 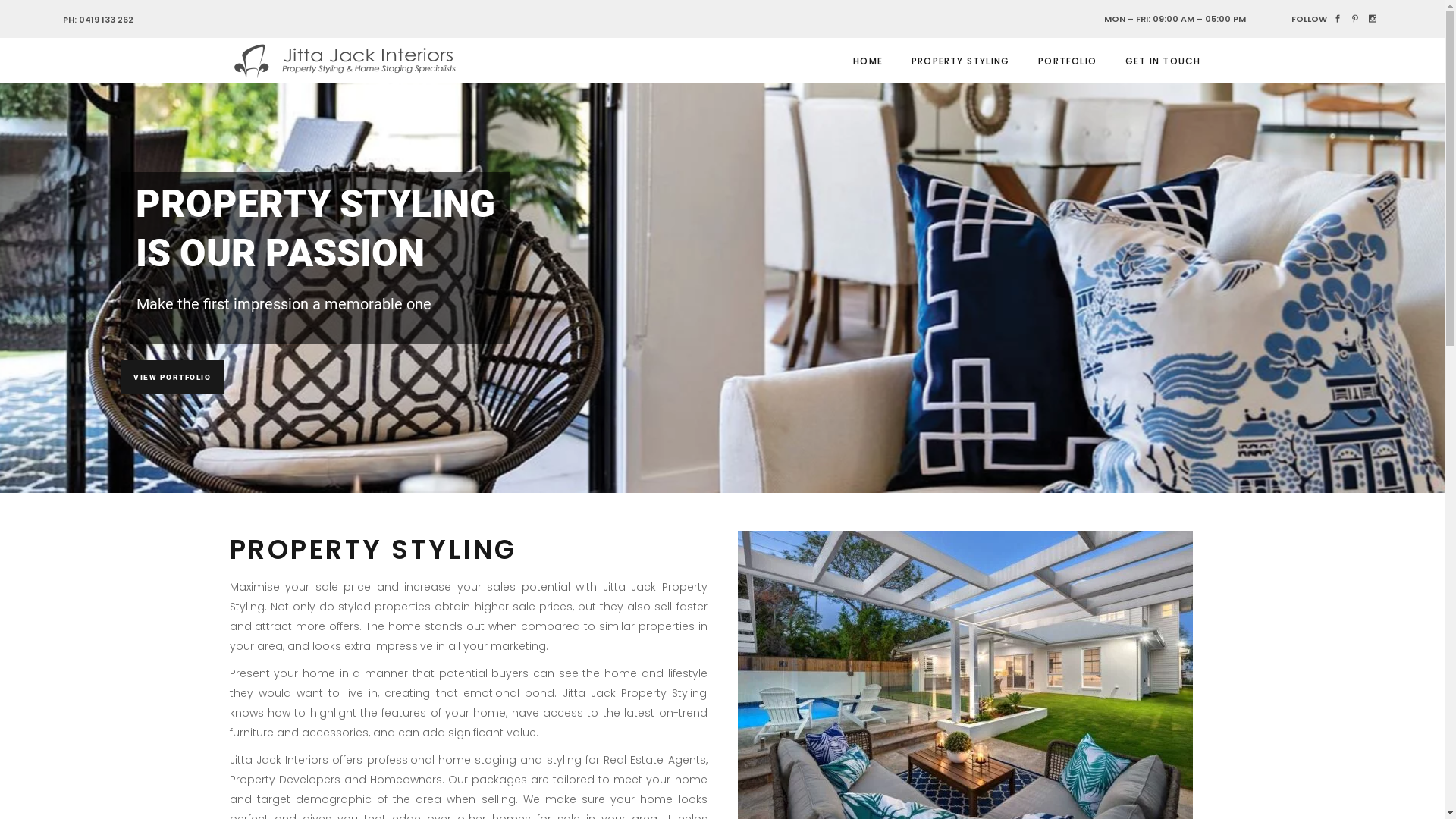 What do you see at coordinates (885, 772) in the screenshot?
I see `'Home'` at bounding box center [885, 772].